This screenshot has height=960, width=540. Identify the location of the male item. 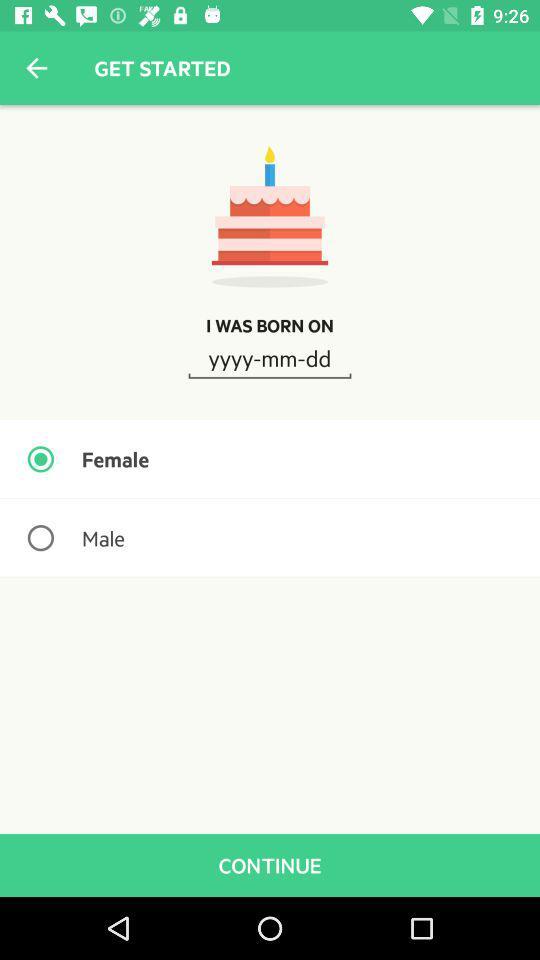
(270, 537).